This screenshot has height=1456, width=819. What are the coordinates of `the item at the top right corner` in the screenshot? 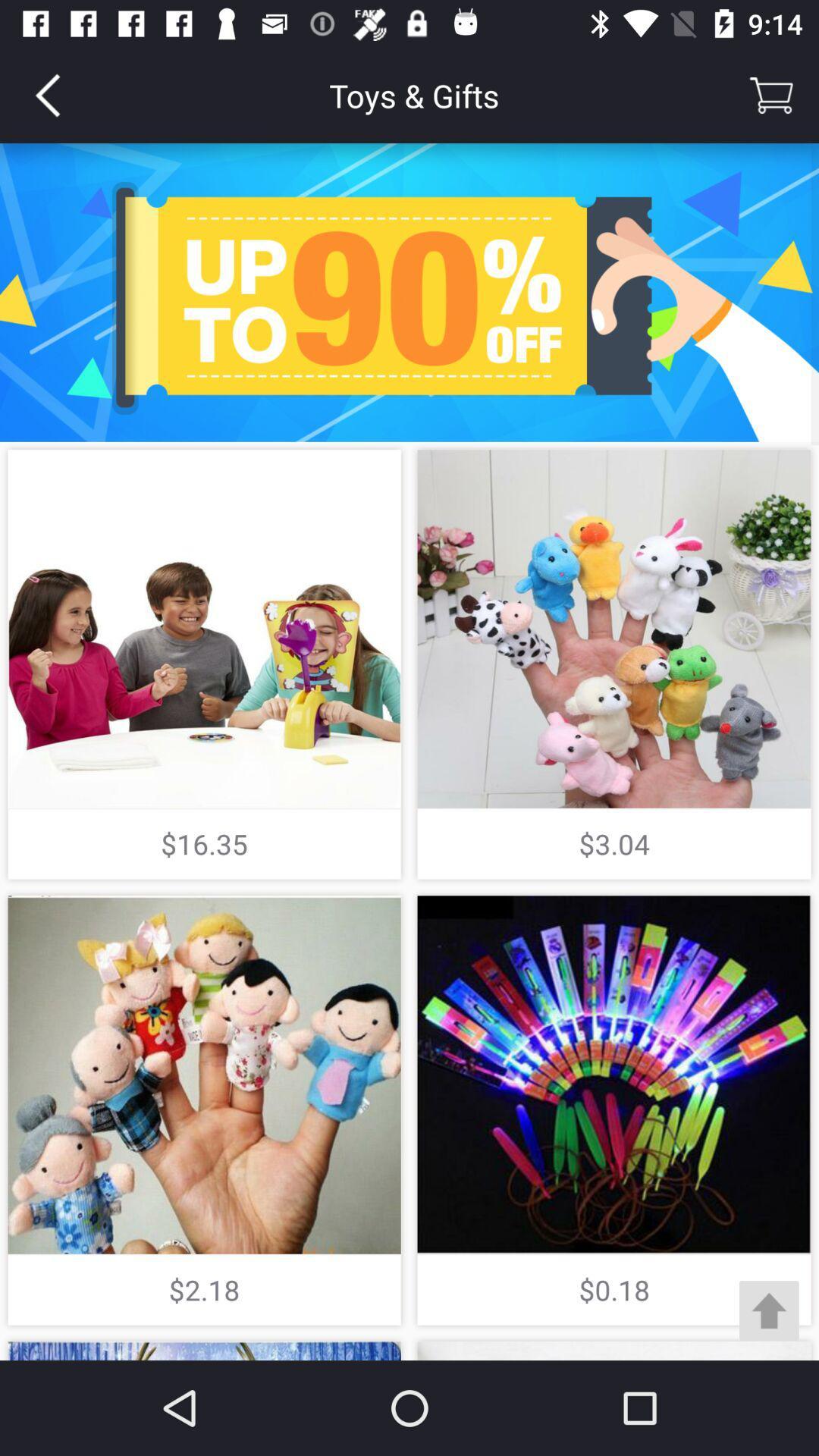 It's located at (771, 94).